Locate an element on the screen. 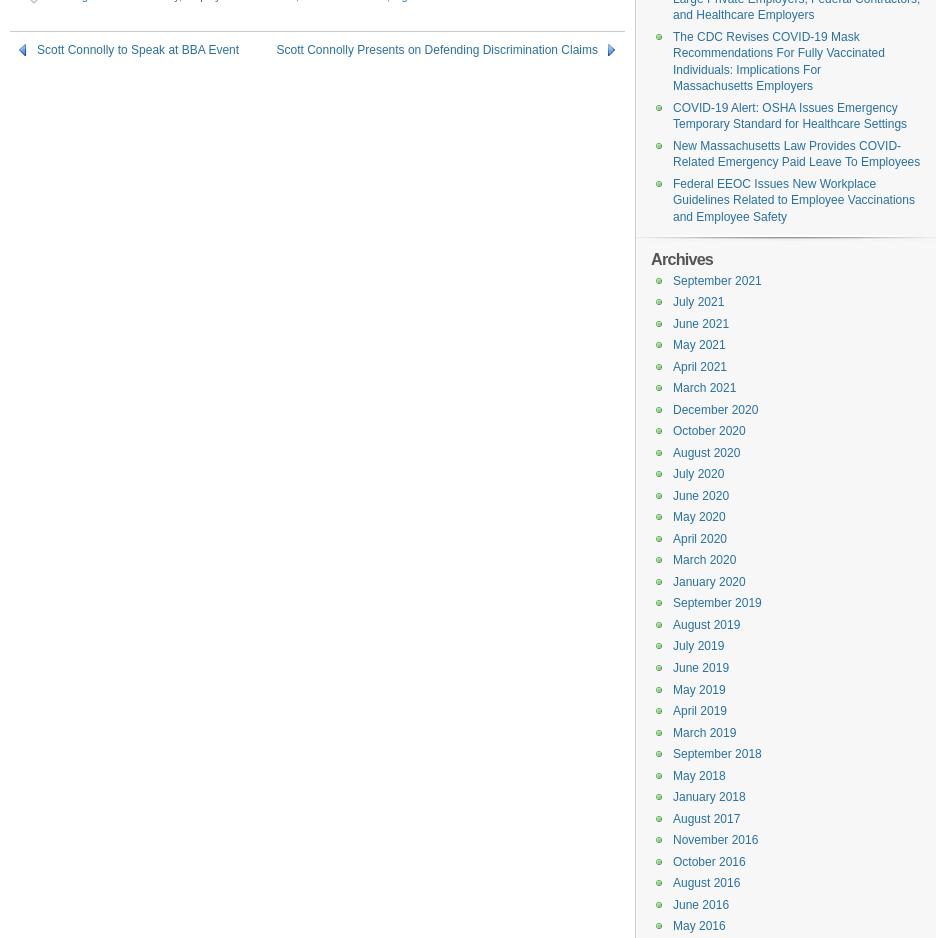 Image resolution: width=936 pixels, height=938 pixels. 'August 2016' is located at coordinates (705, 883).